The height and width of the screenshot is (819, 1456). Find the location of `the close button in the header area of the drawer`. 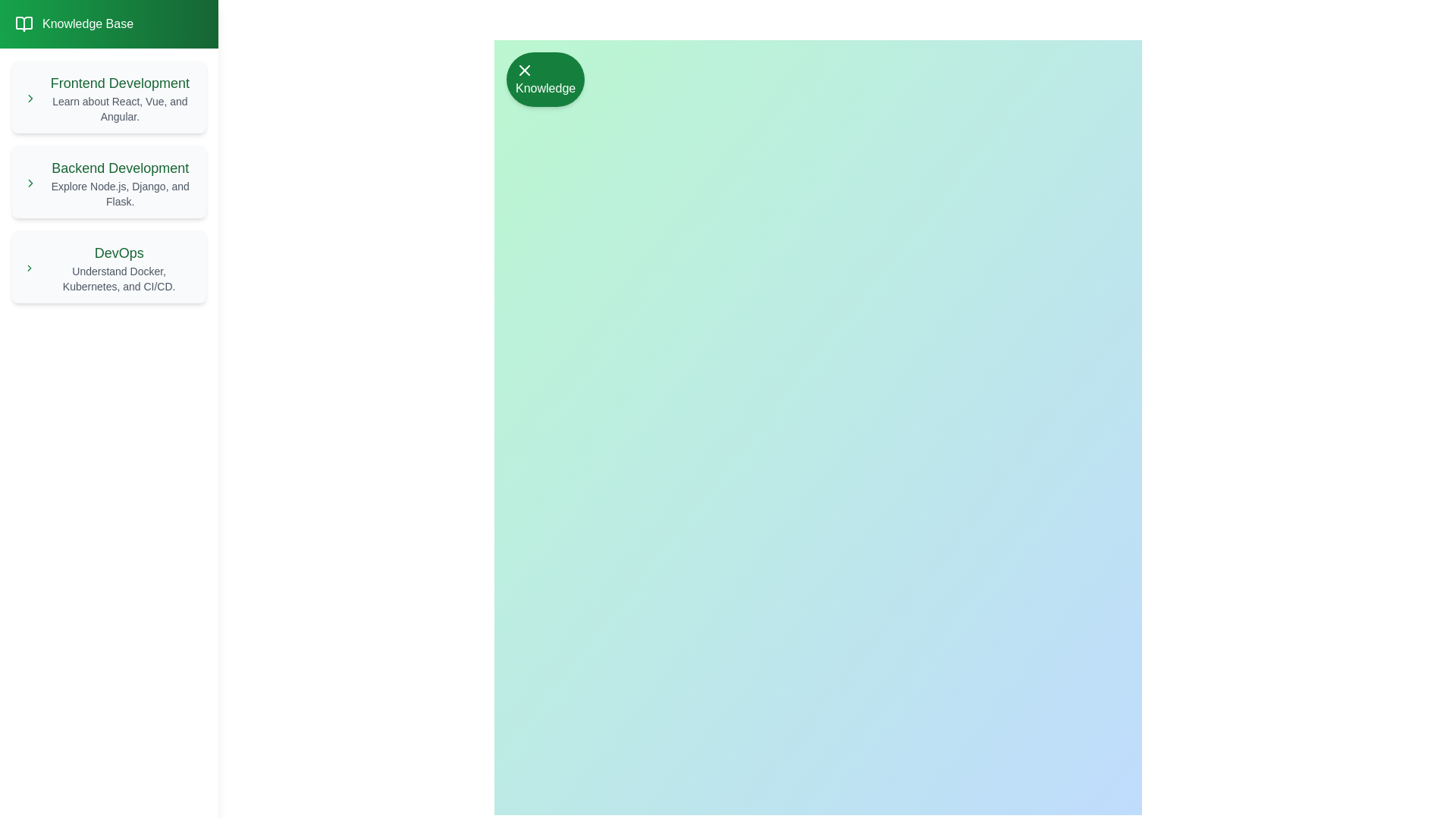

the close button in the header area of the drawer is located at coordinates (524, 70).